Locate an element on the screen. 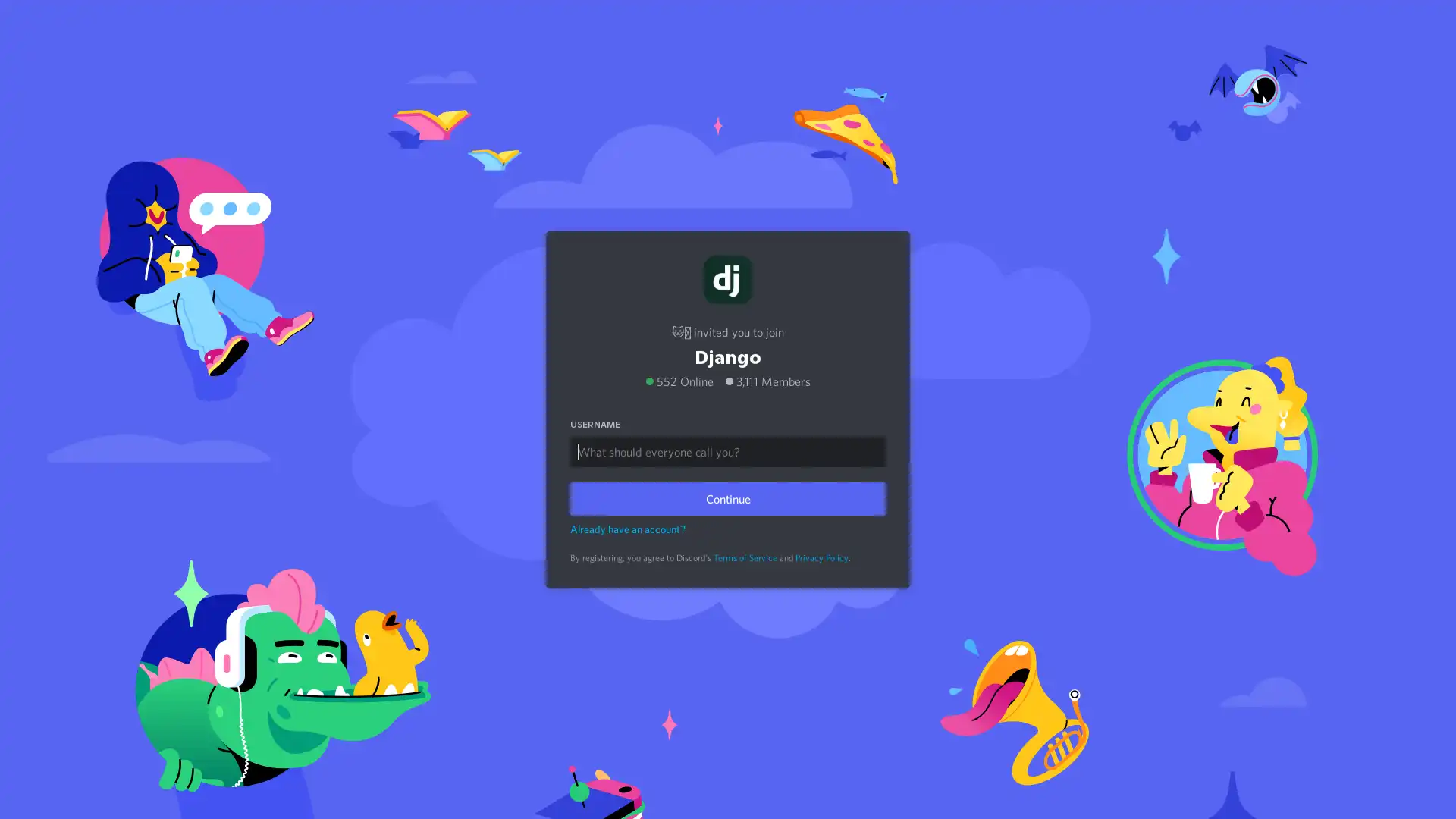 The width and height of the screenshot is (1456, 819). Already have an account? is located at coordinates (628, 528).